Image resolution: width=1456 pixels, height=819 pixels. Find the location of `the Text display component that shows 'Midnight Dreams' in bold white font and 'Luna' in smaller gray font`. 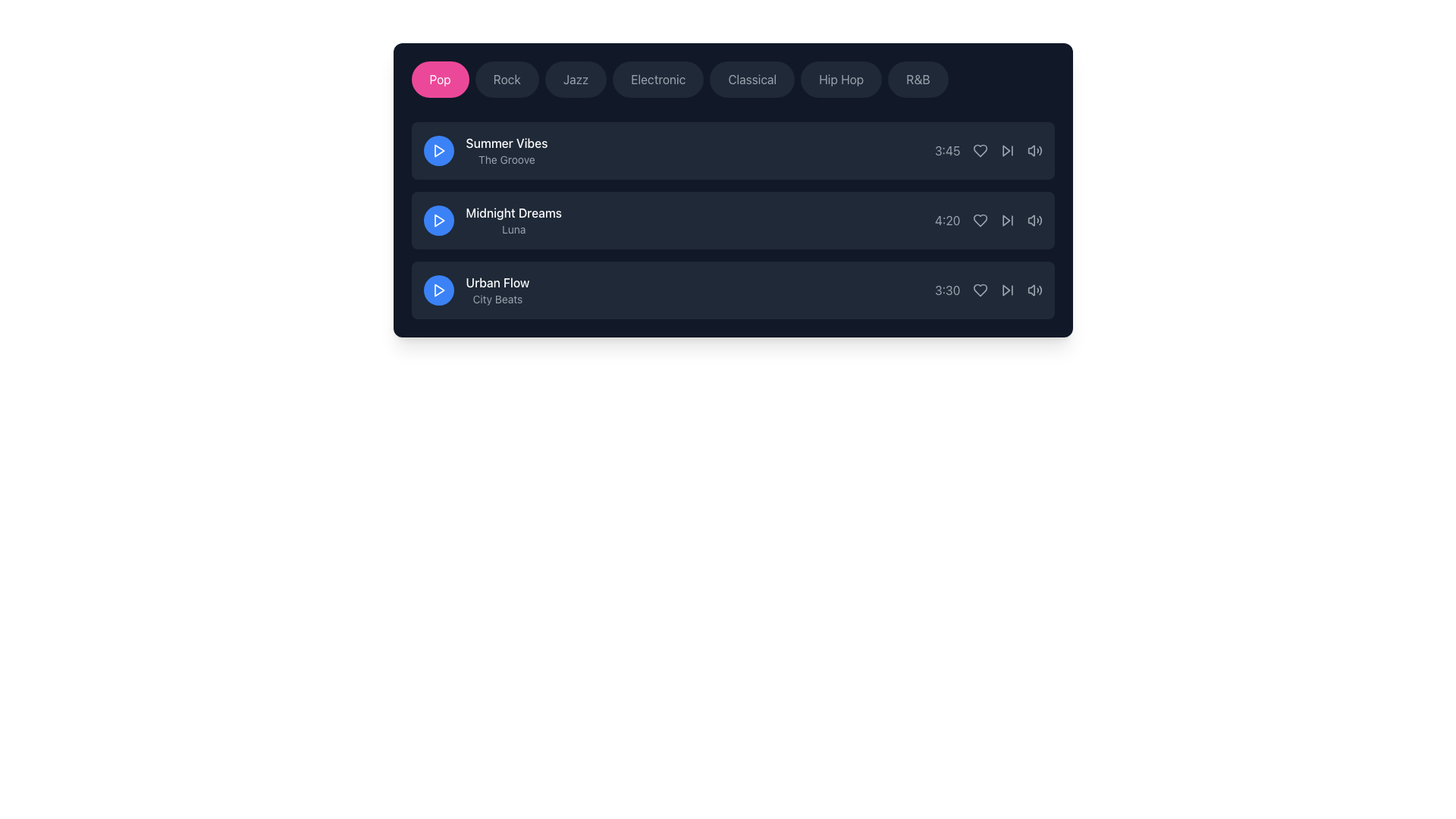

the Text display component that shows 'Midnight Dreams' in bold white font and 'Luna' in smaller gray font is located at coordinates (513, 220).